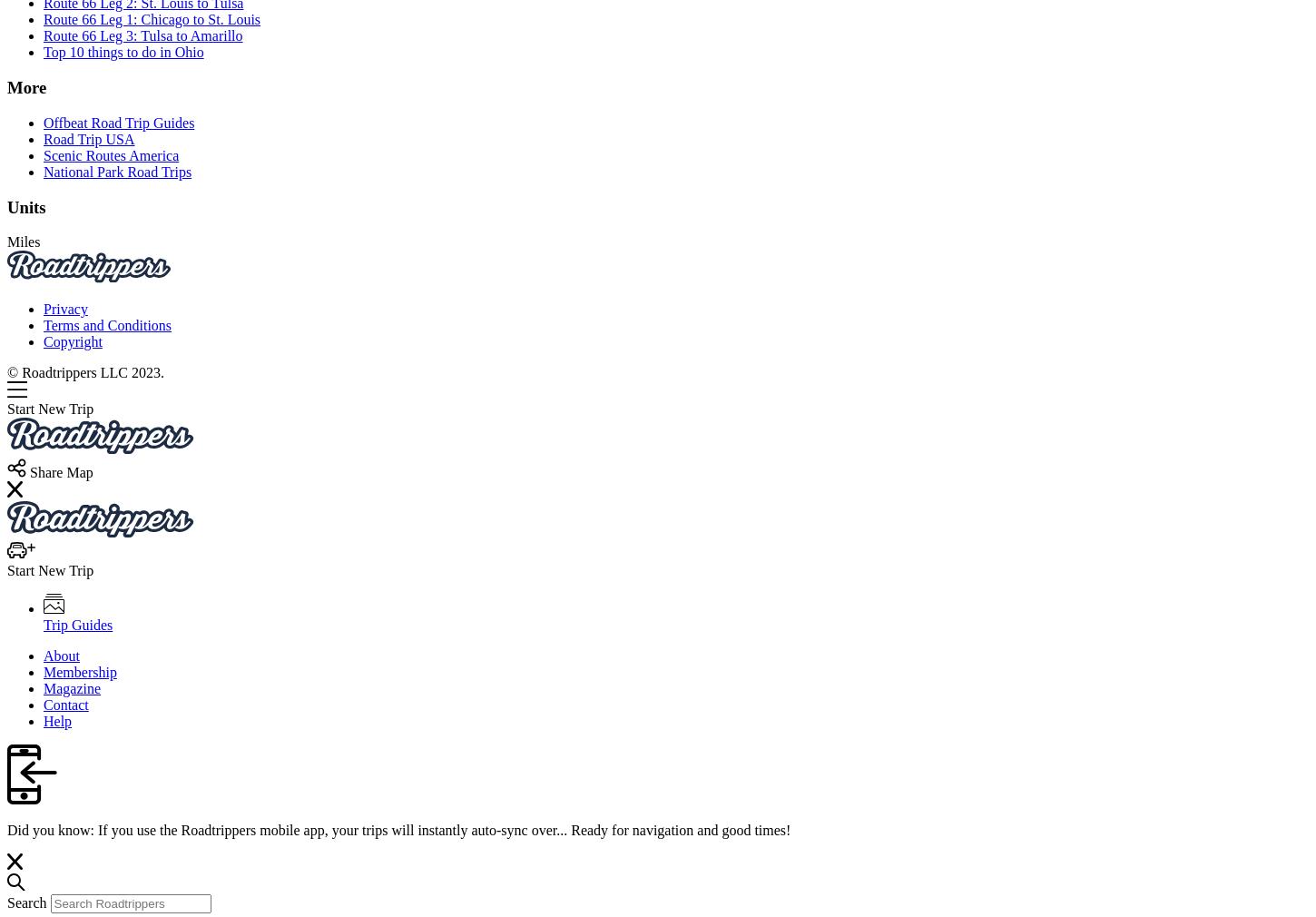  I want to click on 'Did you know: If you use the Roadtrippers mobile app, your trips will instantly auto-sync over... Ready for navigation and good times!', so click(6, 829).